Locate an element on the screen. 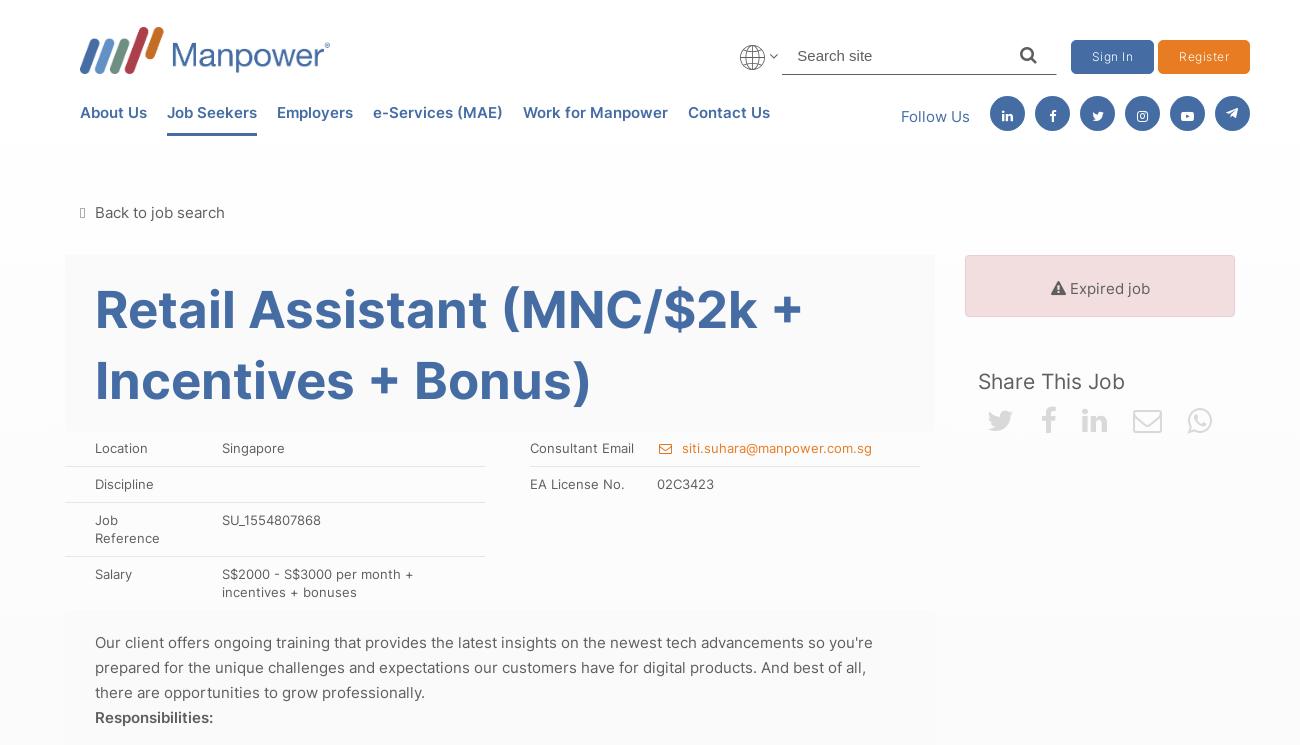  'Expired job' is located at coordinates (1064, 288).